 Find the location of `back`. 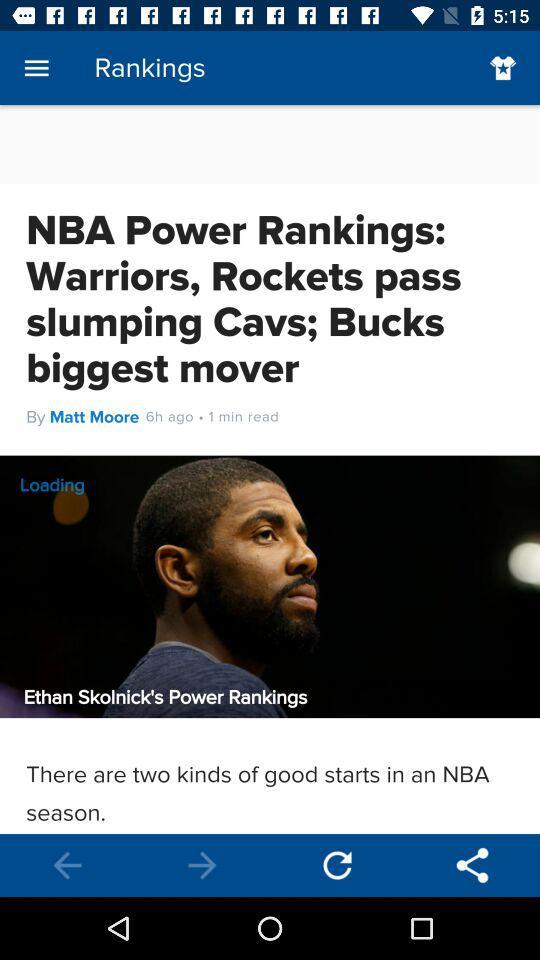

back is located at coordinates (202, 864).